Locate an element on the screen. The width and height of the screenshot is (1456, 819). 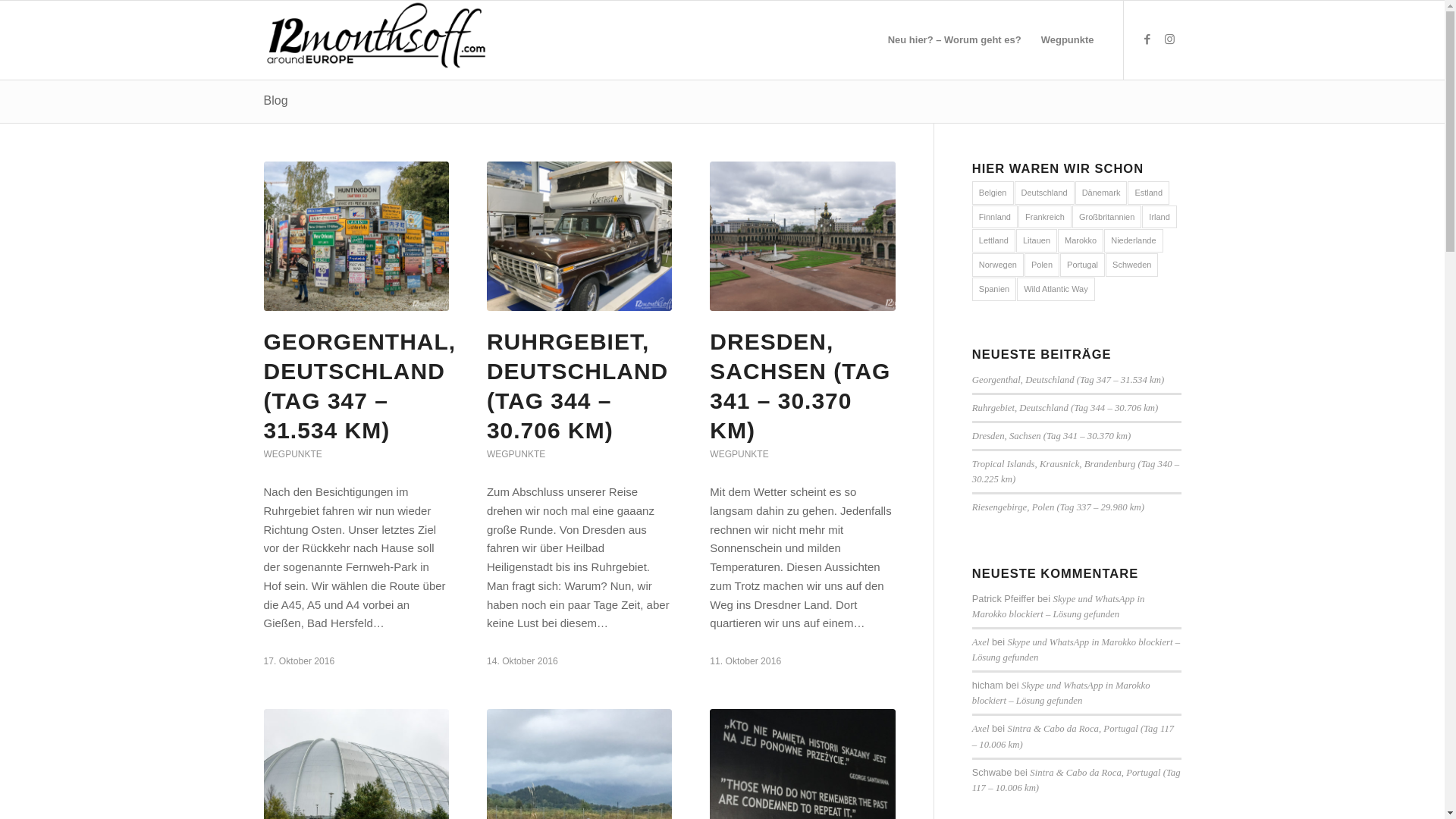
'Deutschland' is located at coordinates (1043, 192).